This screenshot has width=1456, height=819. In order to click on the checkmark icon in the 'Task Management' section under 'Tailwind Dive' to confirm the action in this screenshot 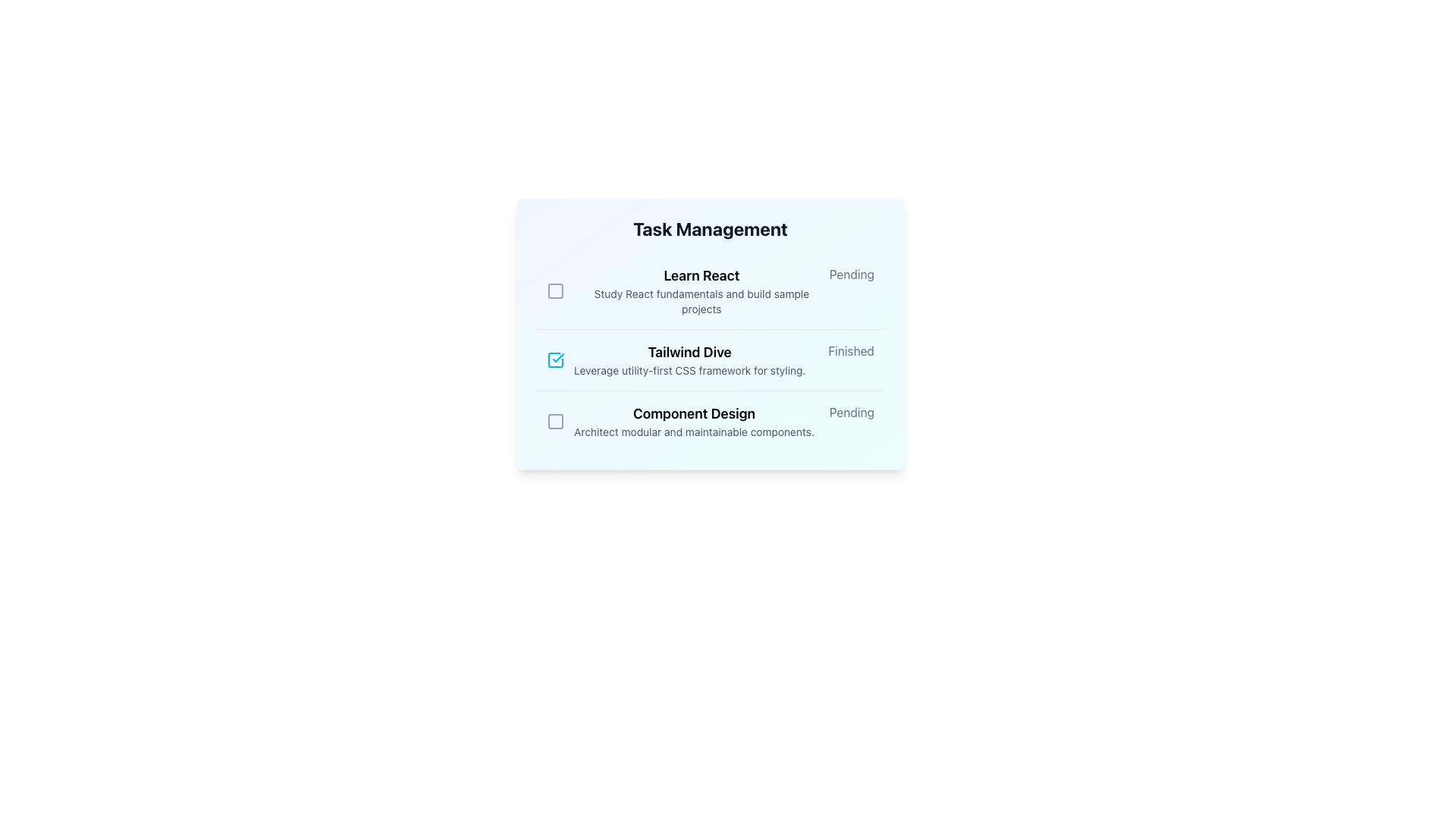, I will do `click(557, 357)`.